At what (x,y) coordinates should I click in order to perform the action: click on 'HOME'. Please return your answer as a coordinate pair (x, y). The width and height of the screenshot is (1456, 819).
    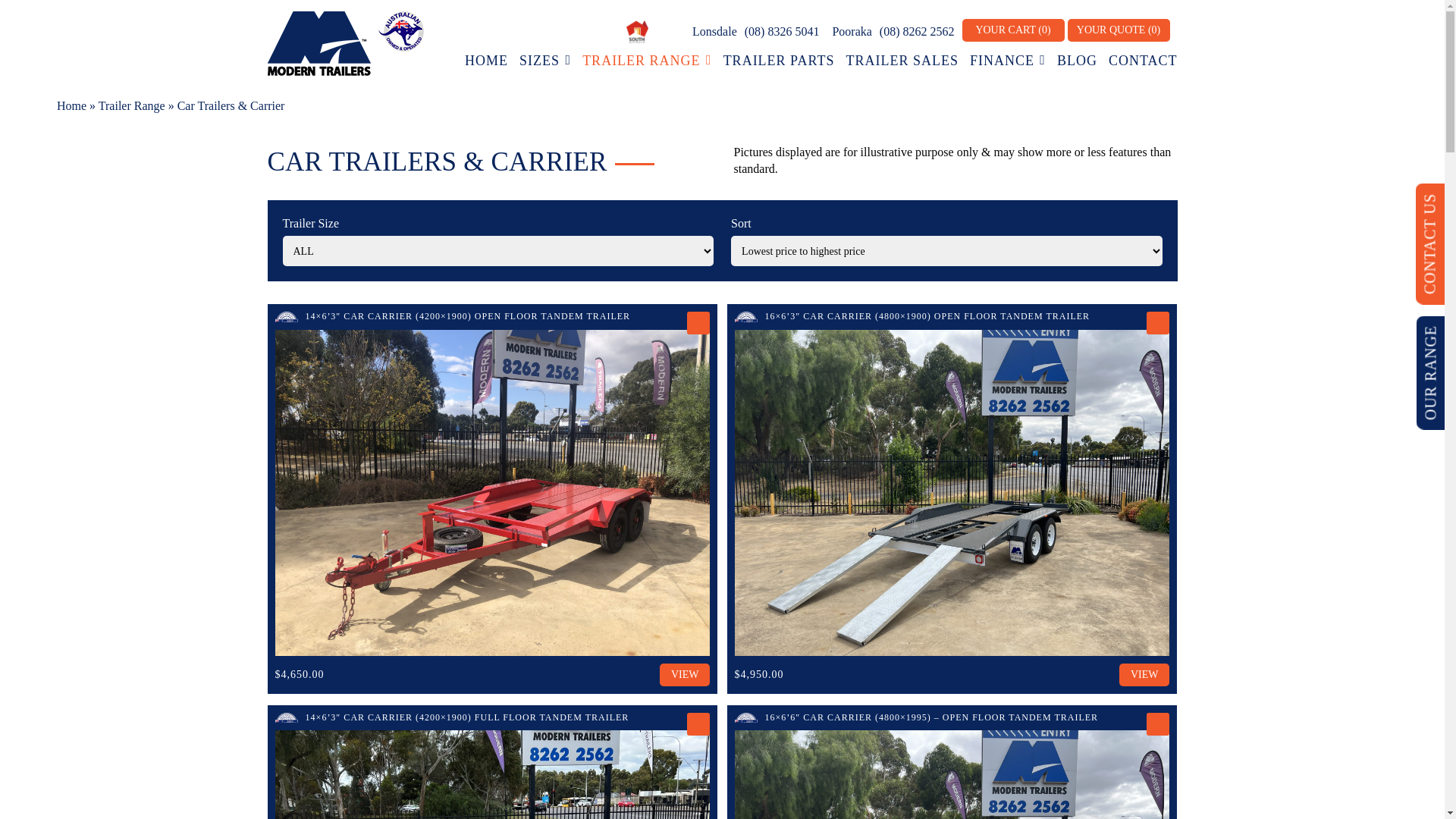
    Looking at the image, I should click on (486, 60).